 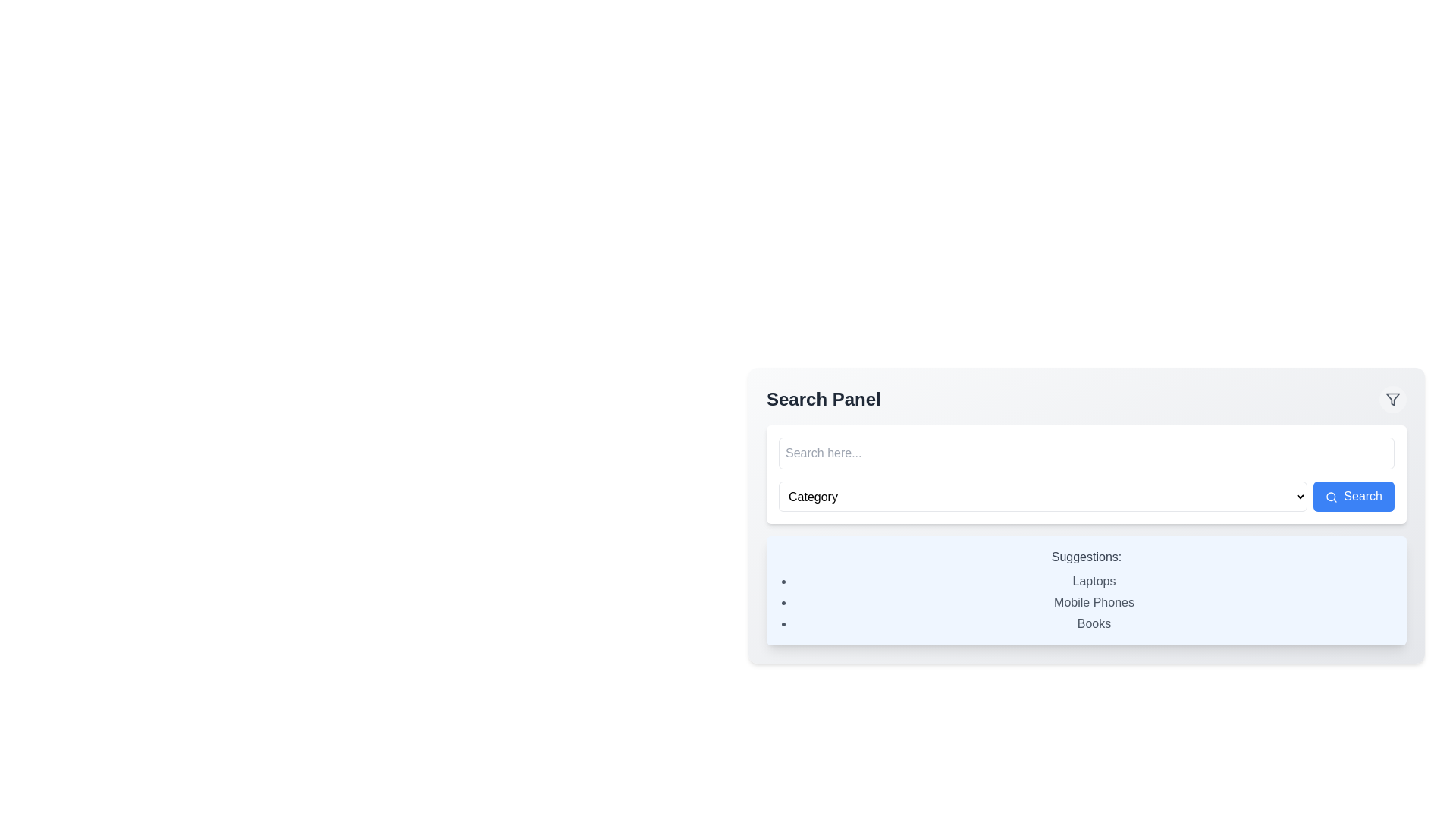 What do you see at coordinates (1354, 497) in the screenshot?
I see `the 'Search' button, which is a rectangular button with a bright blue background and white text, located at the far-right of a horizontal control group` at bounding box center [1354, 497].